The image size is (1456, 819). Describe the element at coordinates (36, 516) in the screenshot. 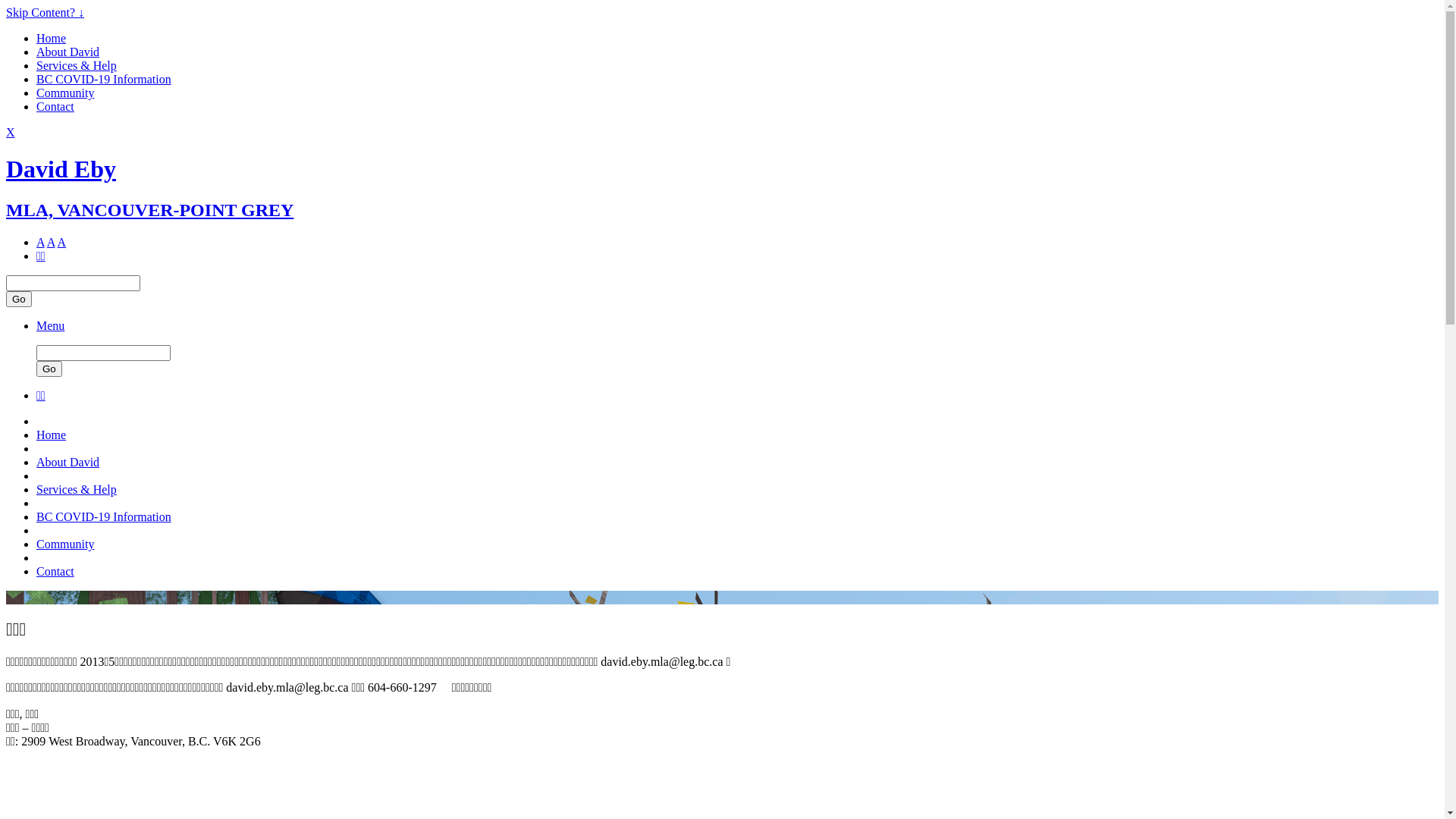

I see `'BC COVID-19 Information'` at that location.